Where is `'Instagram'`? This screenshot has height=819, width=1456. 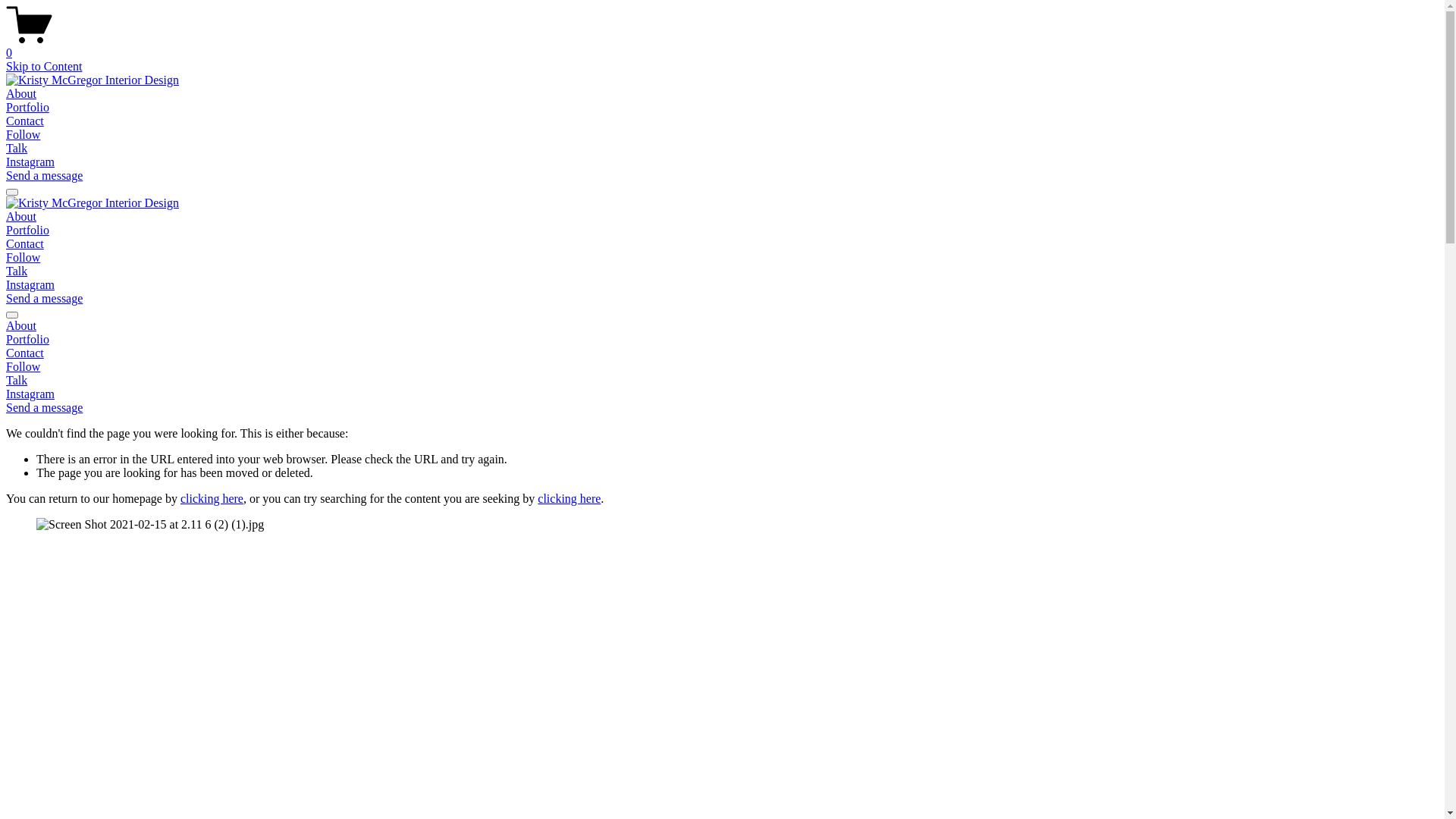
'Instagram' is located at coordinates (30, 284).